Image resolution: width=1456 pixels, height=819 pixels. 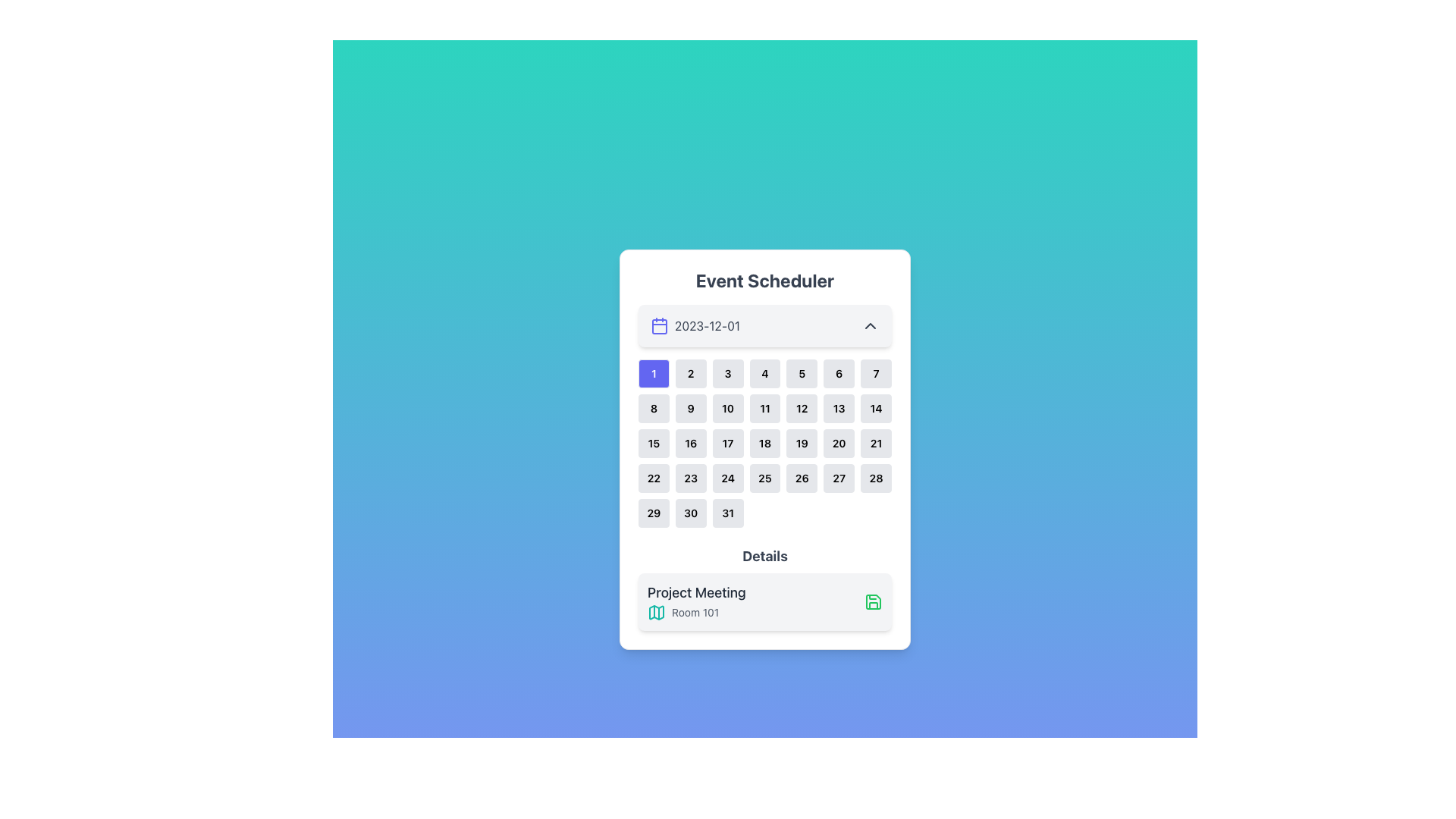 I want to click on the square-shaped button with a light gray background and the text '16' centered in bold black font, so click(x=690, y=444).